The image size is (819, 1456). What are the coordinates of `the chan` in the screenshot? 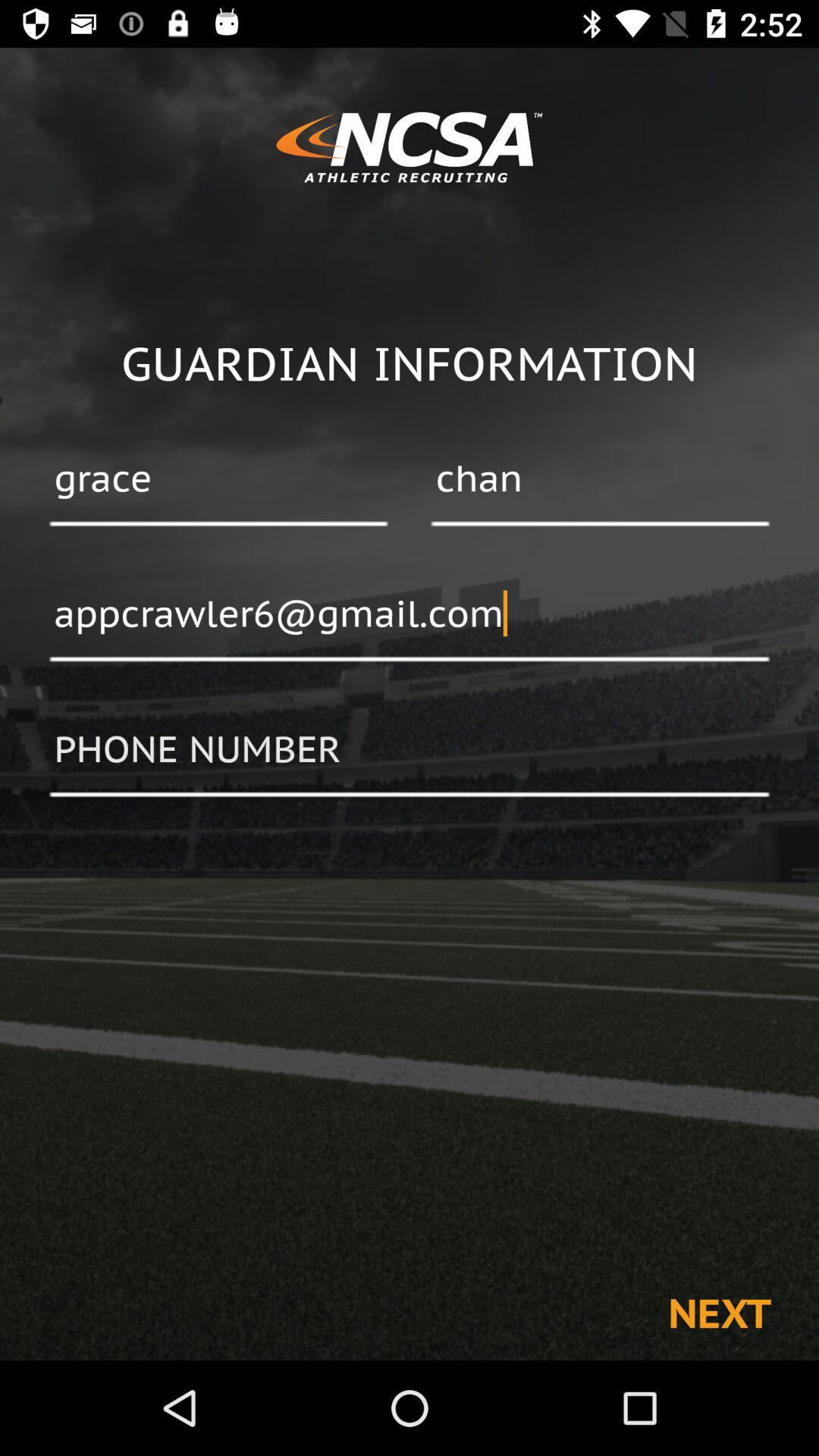 It's located at (599, 479).